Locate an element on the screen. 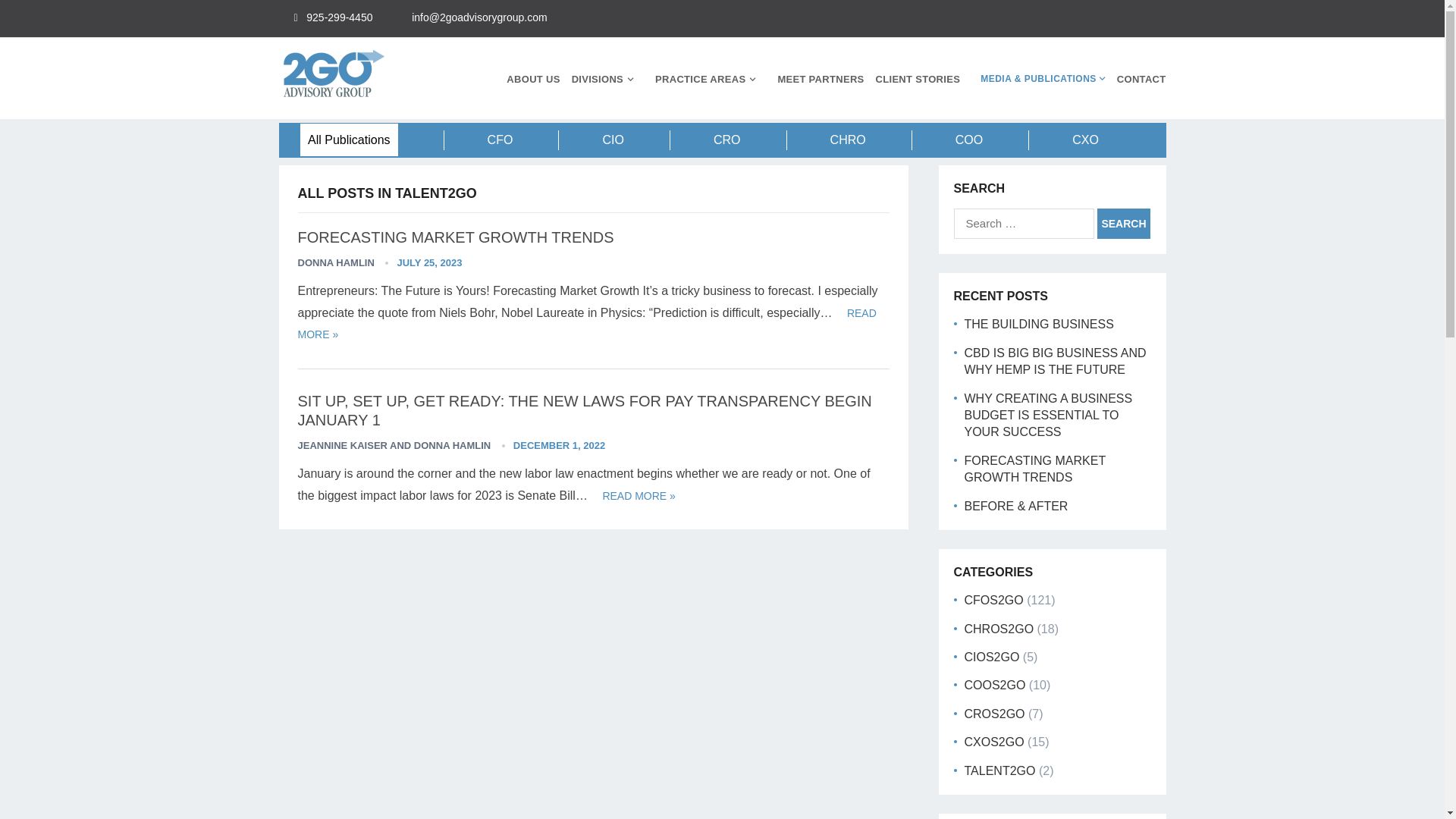 The width and height of the screenshot is (1456, 819). 'ABOUT US' is located at coordinates (532, 79).